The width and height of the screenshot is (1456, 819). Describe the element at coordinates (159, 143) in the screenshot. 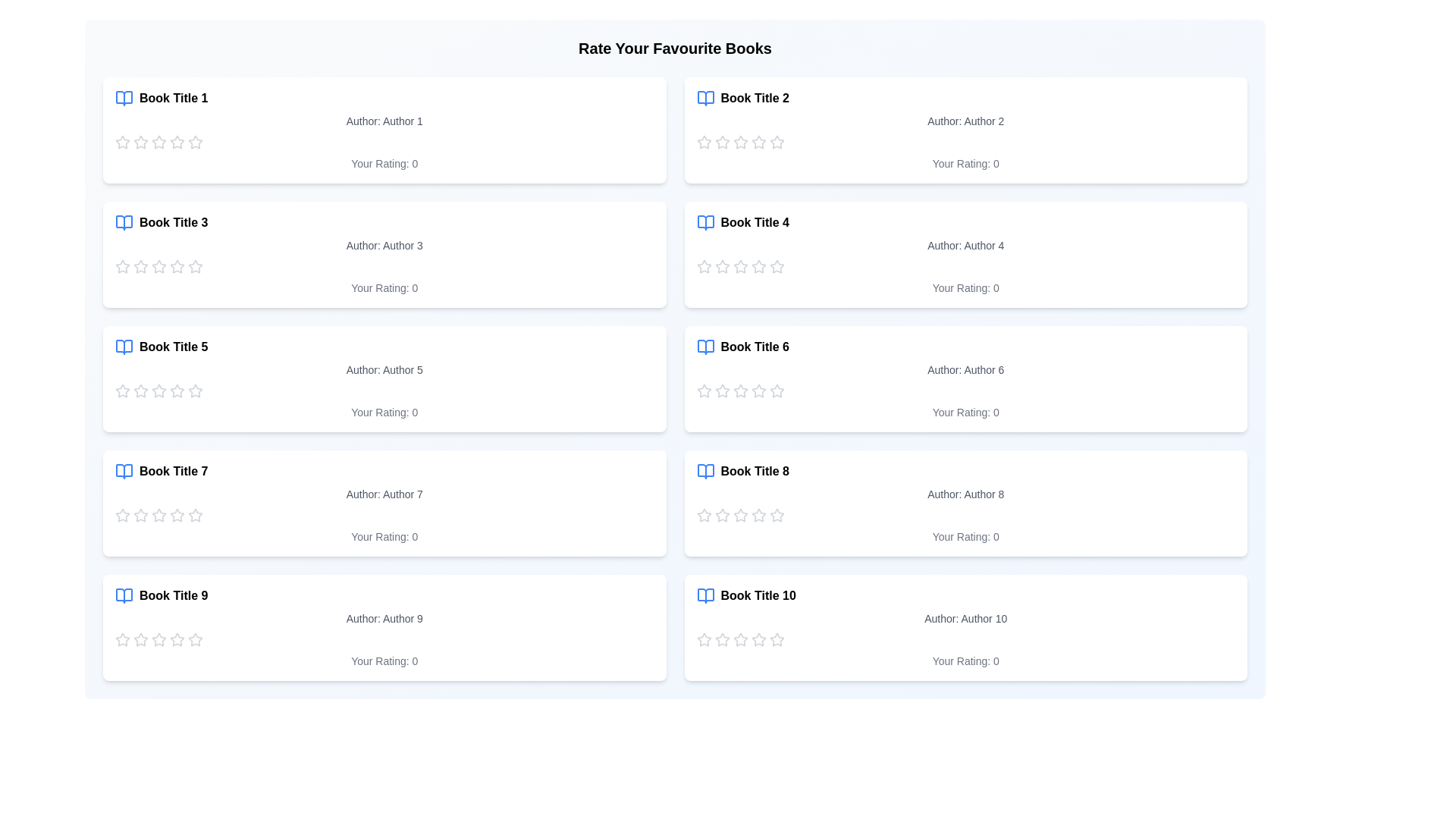

I see `the star icon to set the rating for a book to 3` at that location.